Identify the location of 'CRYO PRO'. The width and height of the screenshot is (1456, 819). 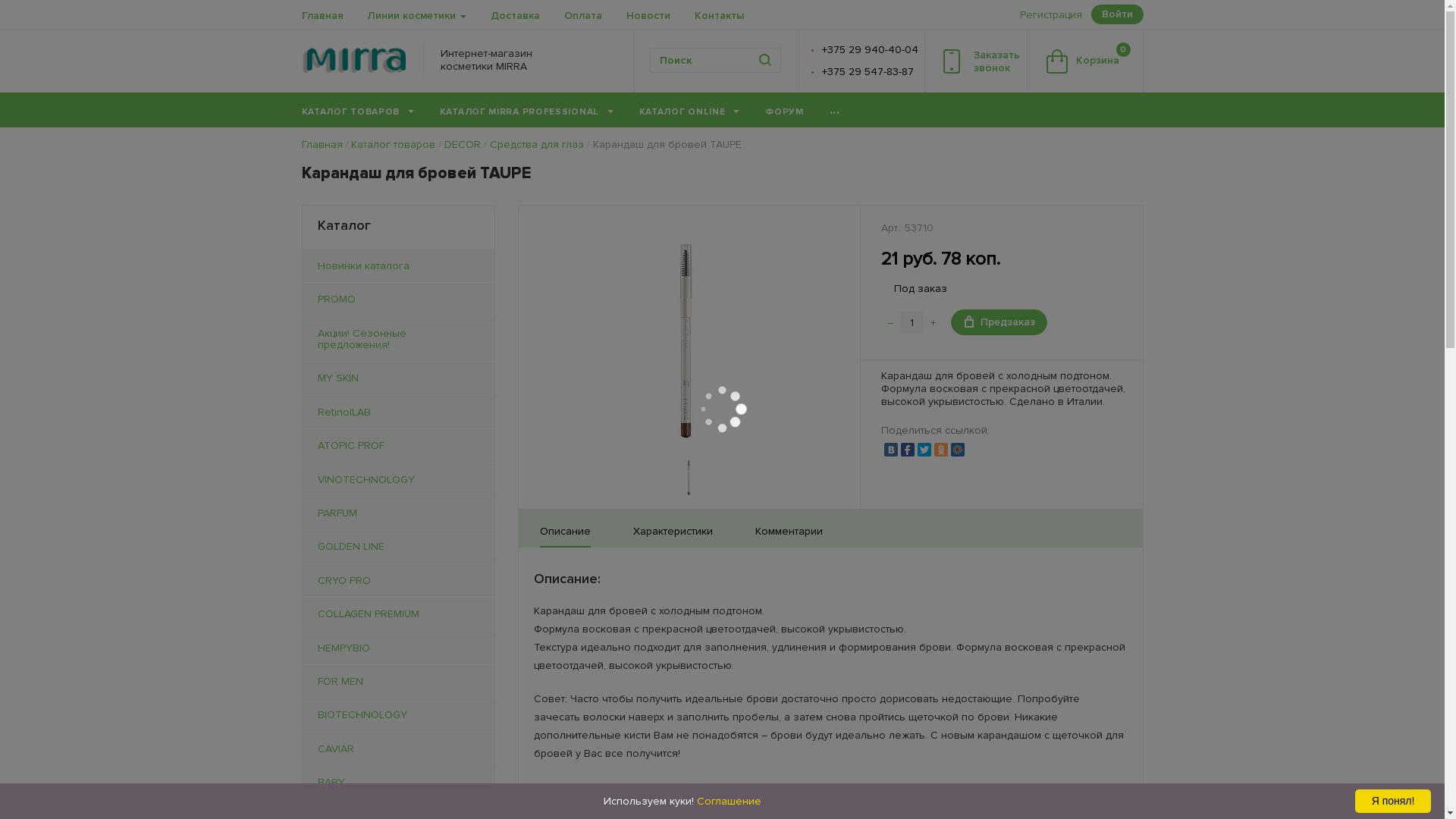
(397, 580).